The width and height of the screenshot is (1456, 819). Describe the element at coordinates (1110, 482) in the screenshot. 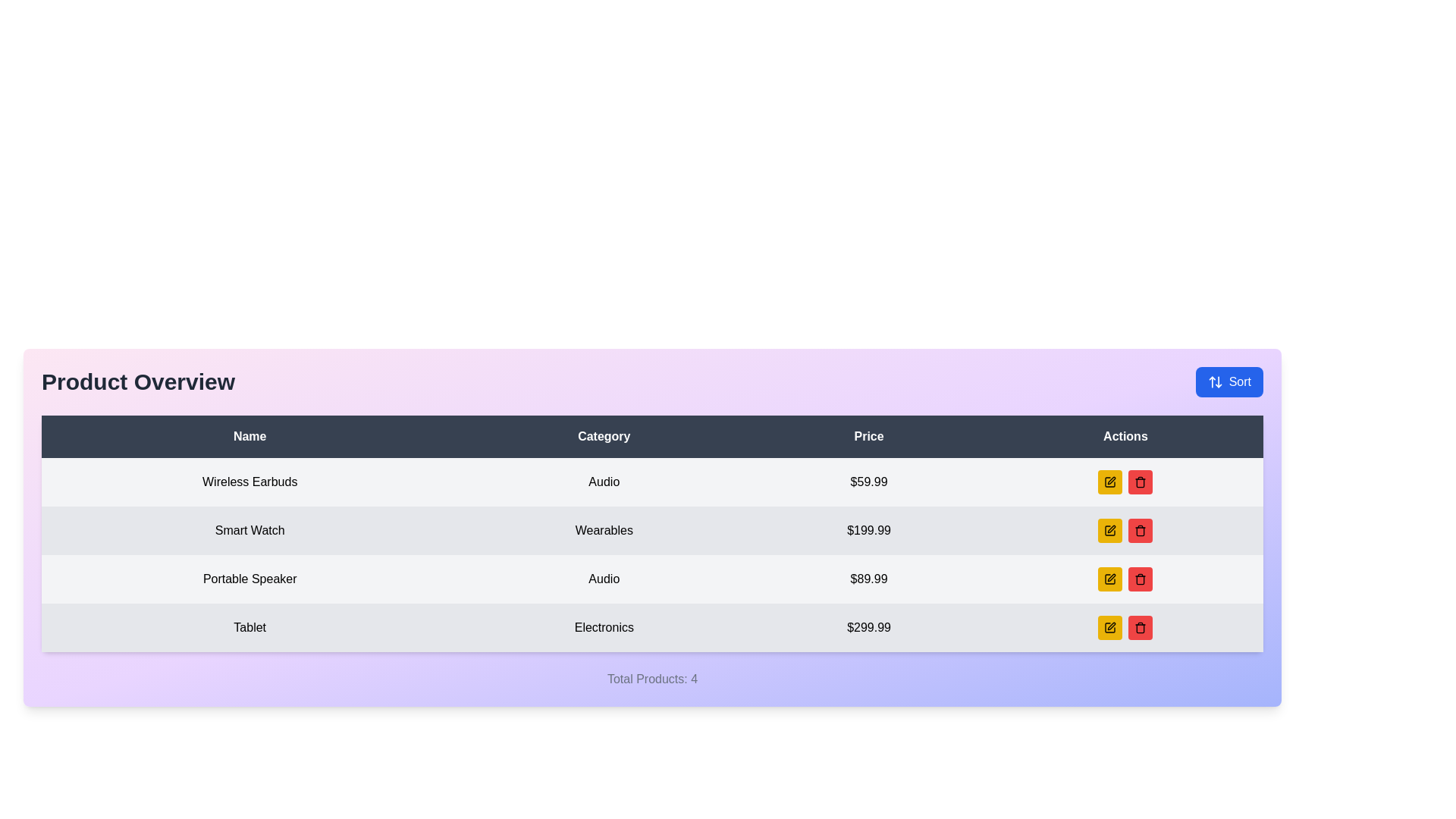

I see `the first button in the actions section of the table for the 'Wireless Earbuds' entry` at that location.